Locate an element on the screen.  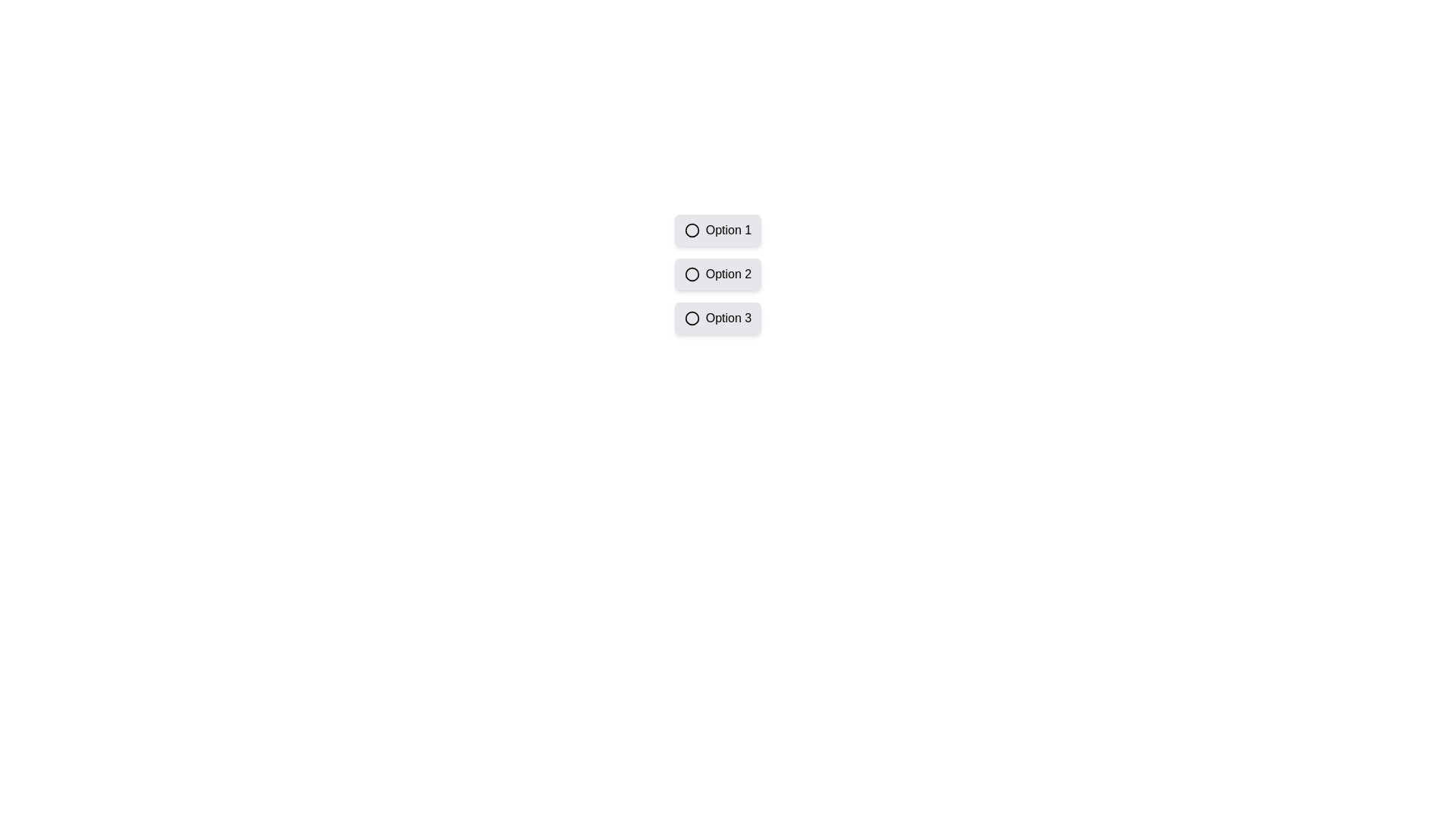
the circular shape of the radio button, which is the third option in a vertical list is located at coordinates (691, 318).